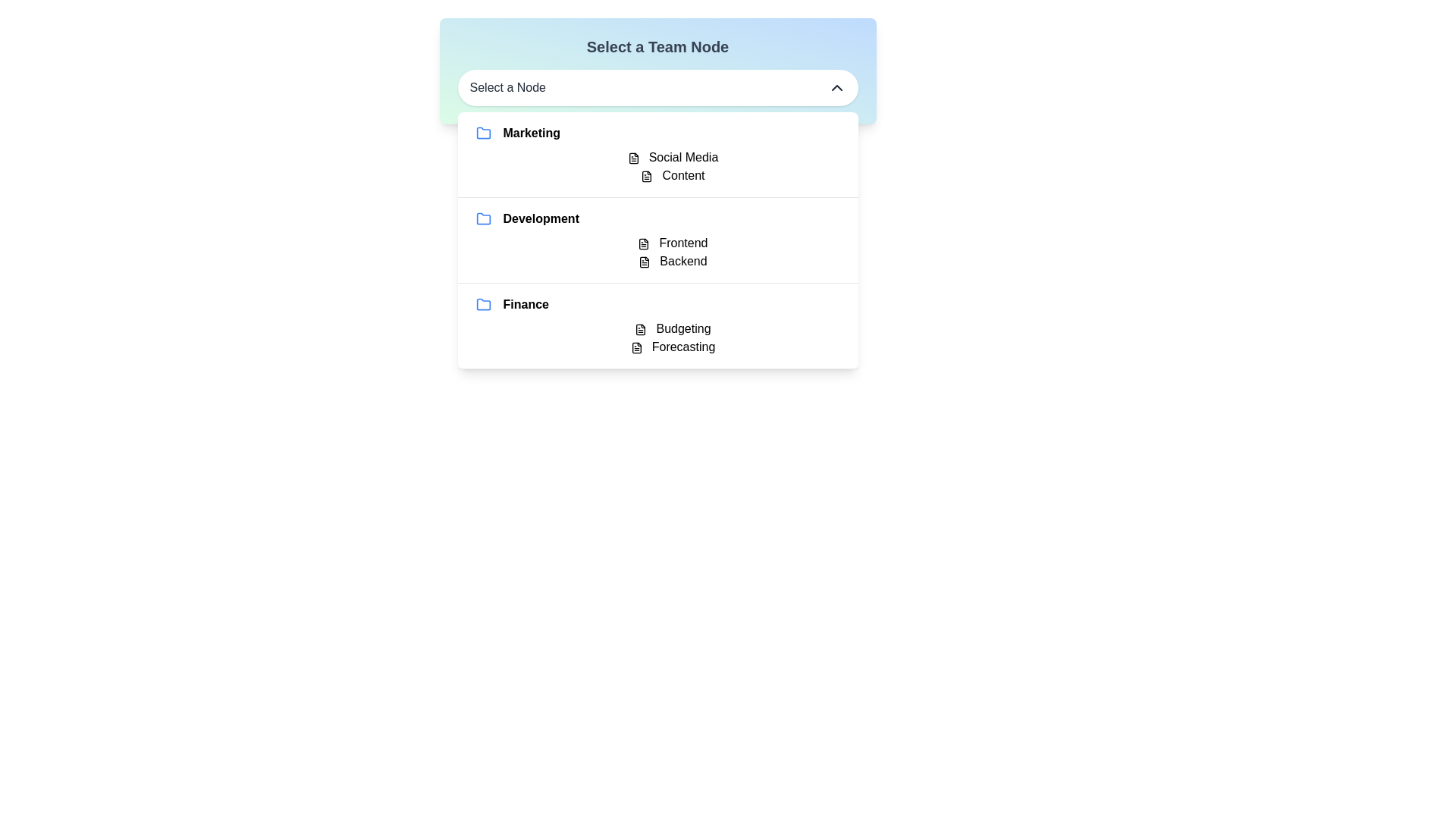  What do you see at coordinates (672, 158) in the screenshot?
I see `the 'Social Media' option in the dropdown menu under the 'Marketing' section` at bounding box center [672, 158].